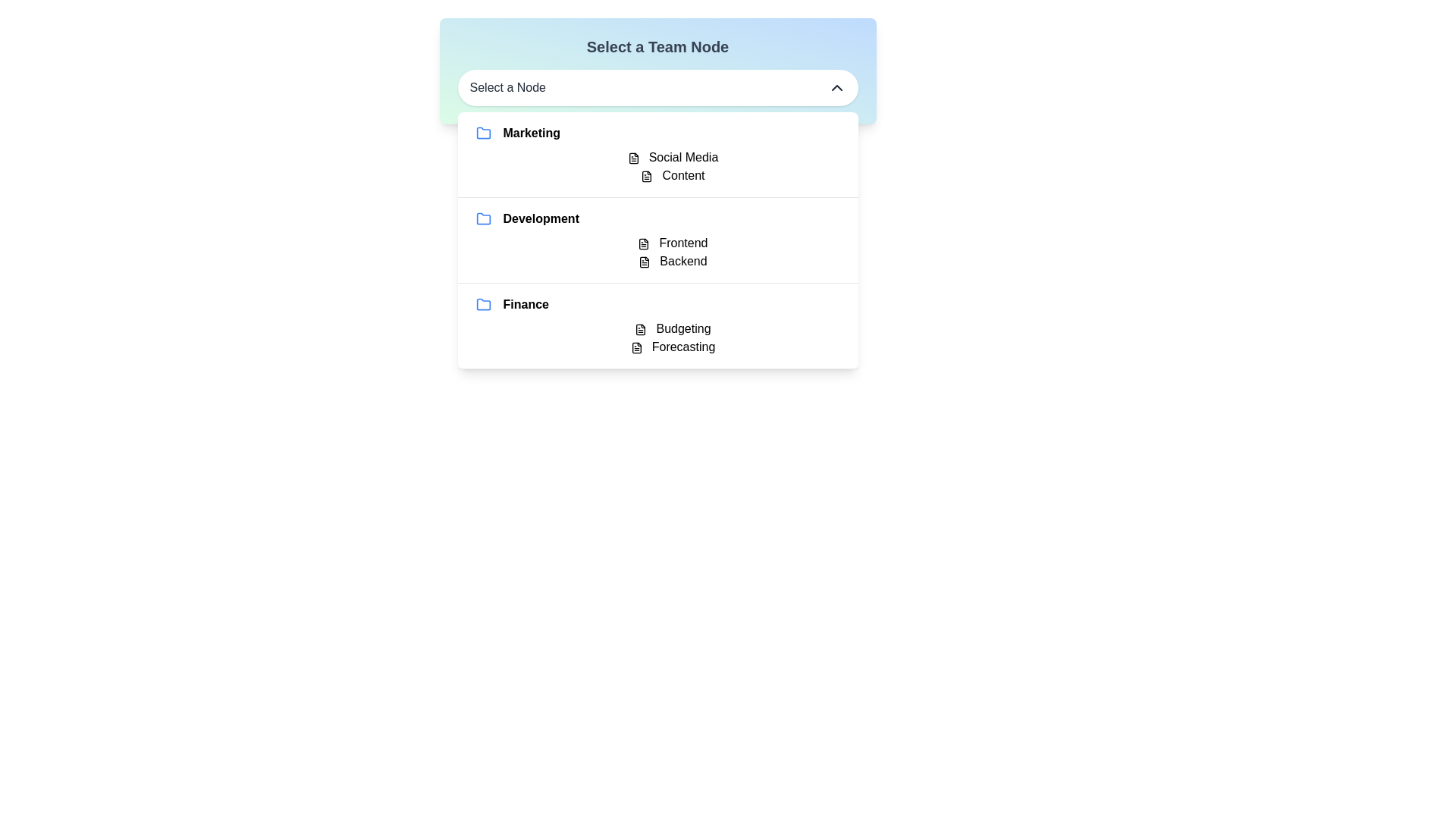  What do you see at coordinates (672, 158) in the screenshot?
I see `the 'Social Media' option in the dropdown menu under the 'Marketing' section` at bounding box center [672, 158].